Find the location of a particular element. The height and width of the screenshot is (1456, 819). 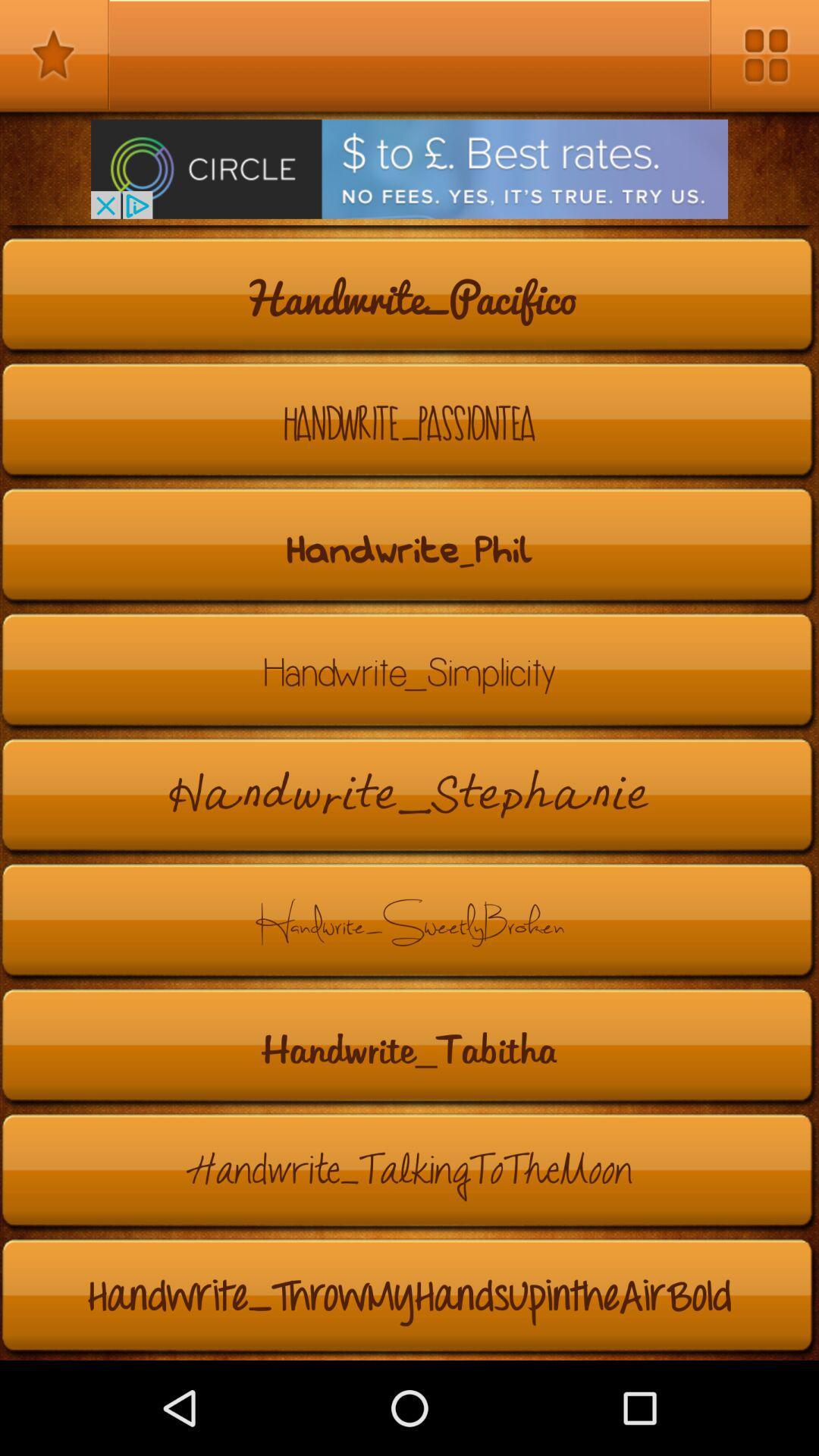

advertisement is located at coordinates (409, 169).